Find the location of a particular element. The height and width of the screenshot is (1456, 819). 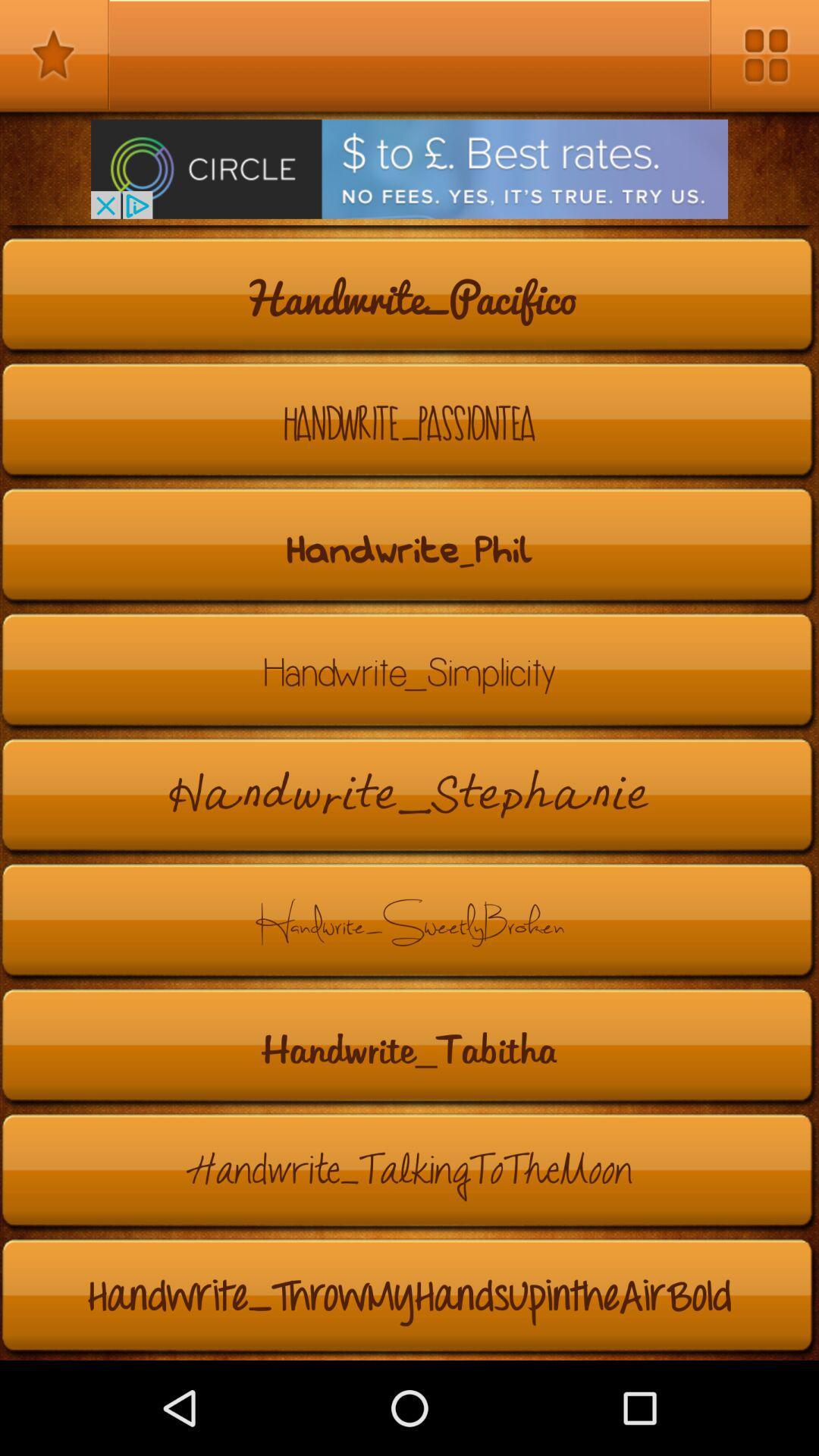

advertisement is located at coordinates (409, 169).